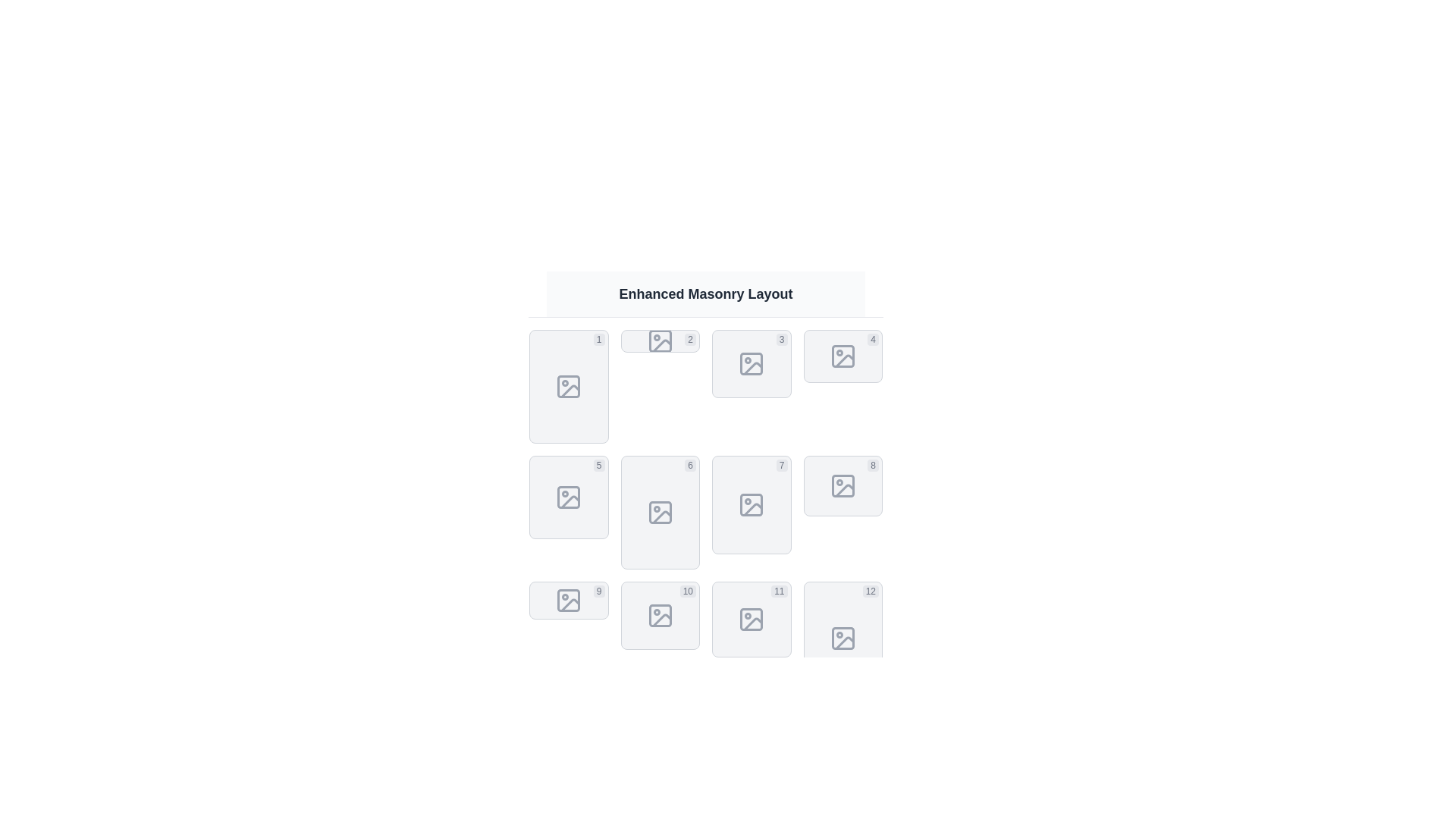 This screenshot has width=1456, height=819. I want to click on the icon representing imagery, which is a stylized photo icon with a square outline, rounded corners, and a sun symbol in the top-left corner, located inside the fifth item of the Enhanced Masonry Layout, so click(568, 497).